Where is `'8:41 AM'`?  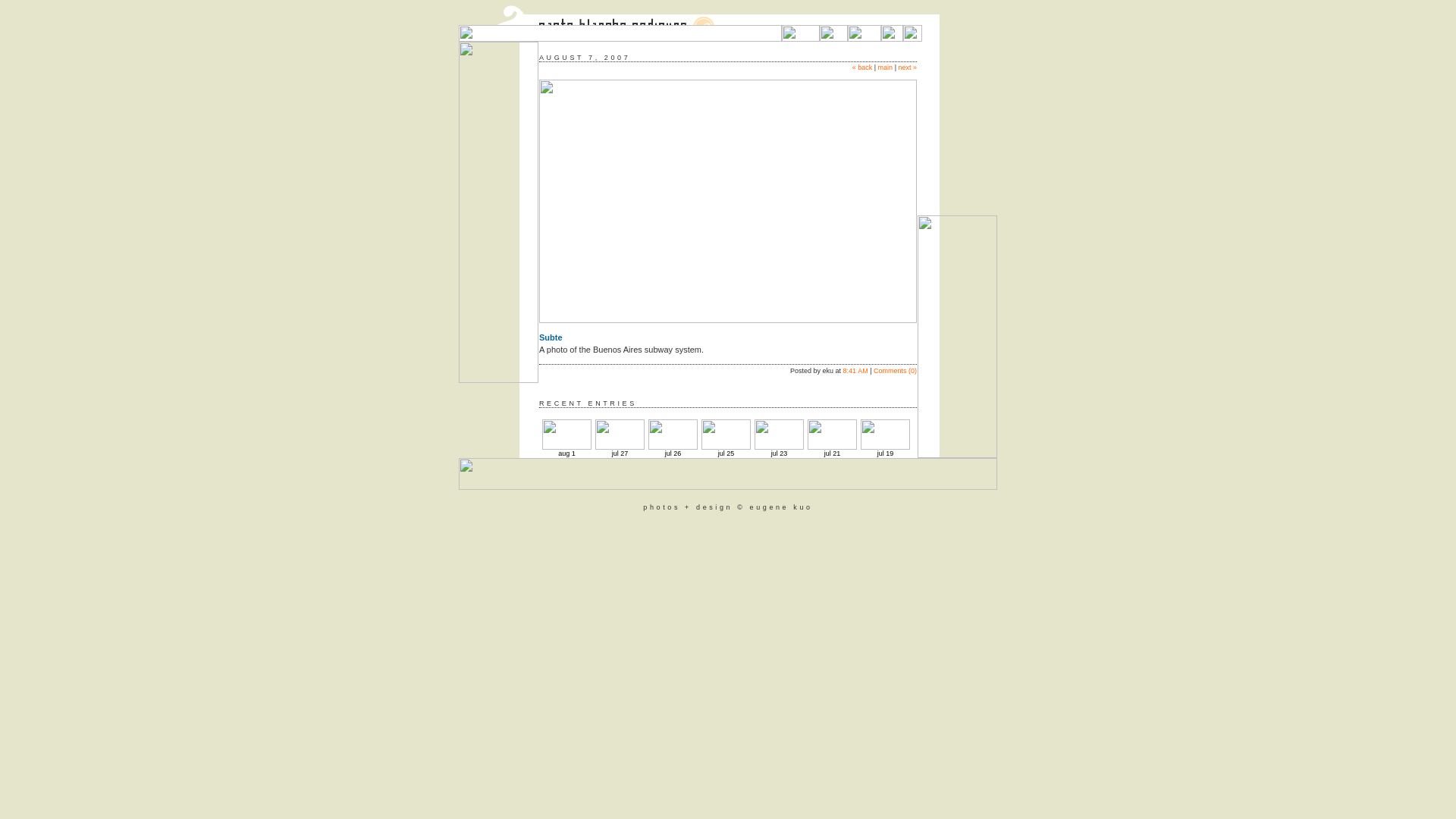 '8:41 AM' is located at coordinates (855, 371).